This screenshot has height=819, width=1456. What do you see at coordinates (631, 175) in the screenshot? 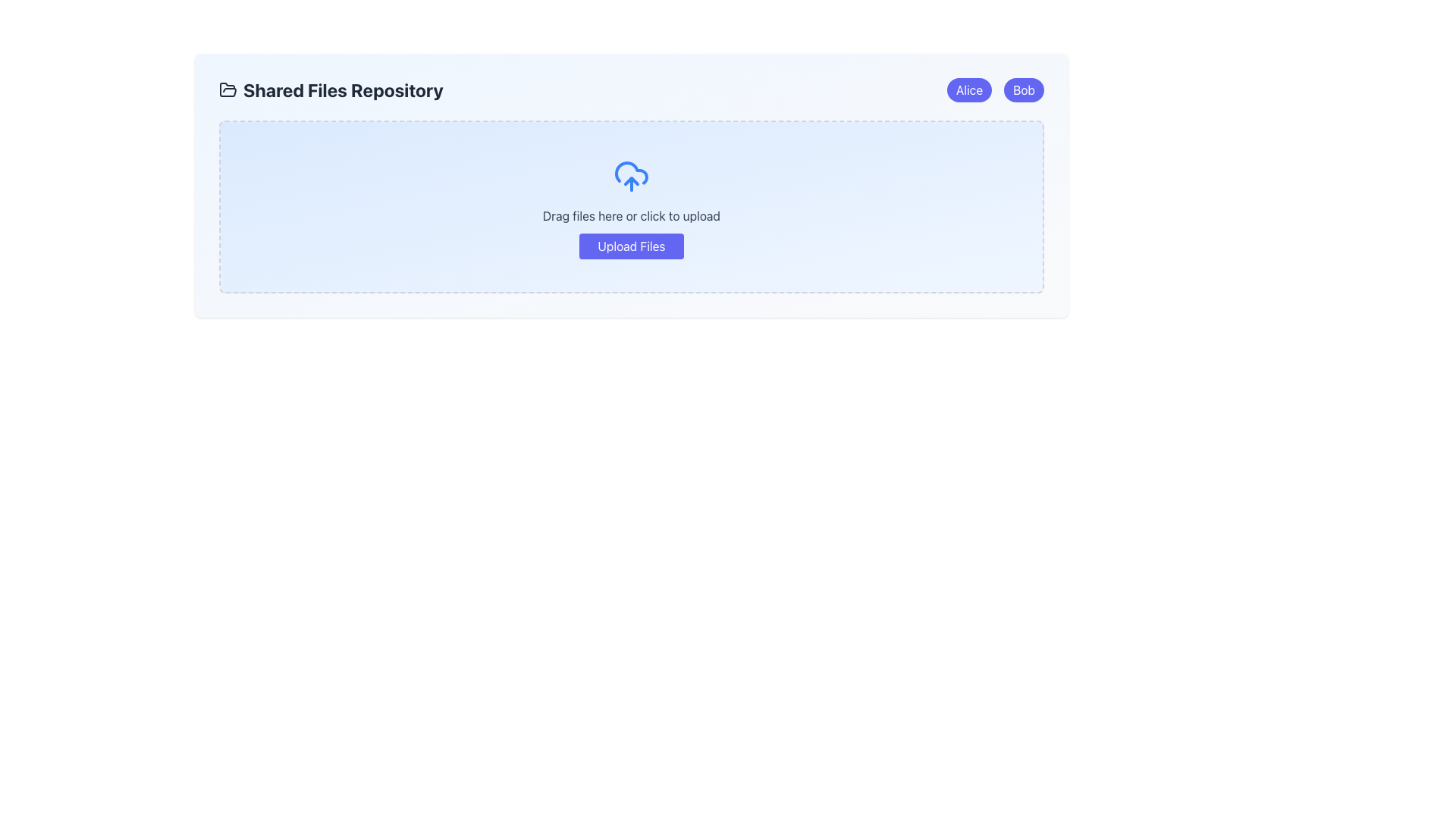
I see `the cloud-shaped icon with an upward arrow, styled in blue, located above the text 'Drag files here or click to upload'` at bounding box center [631, 175].